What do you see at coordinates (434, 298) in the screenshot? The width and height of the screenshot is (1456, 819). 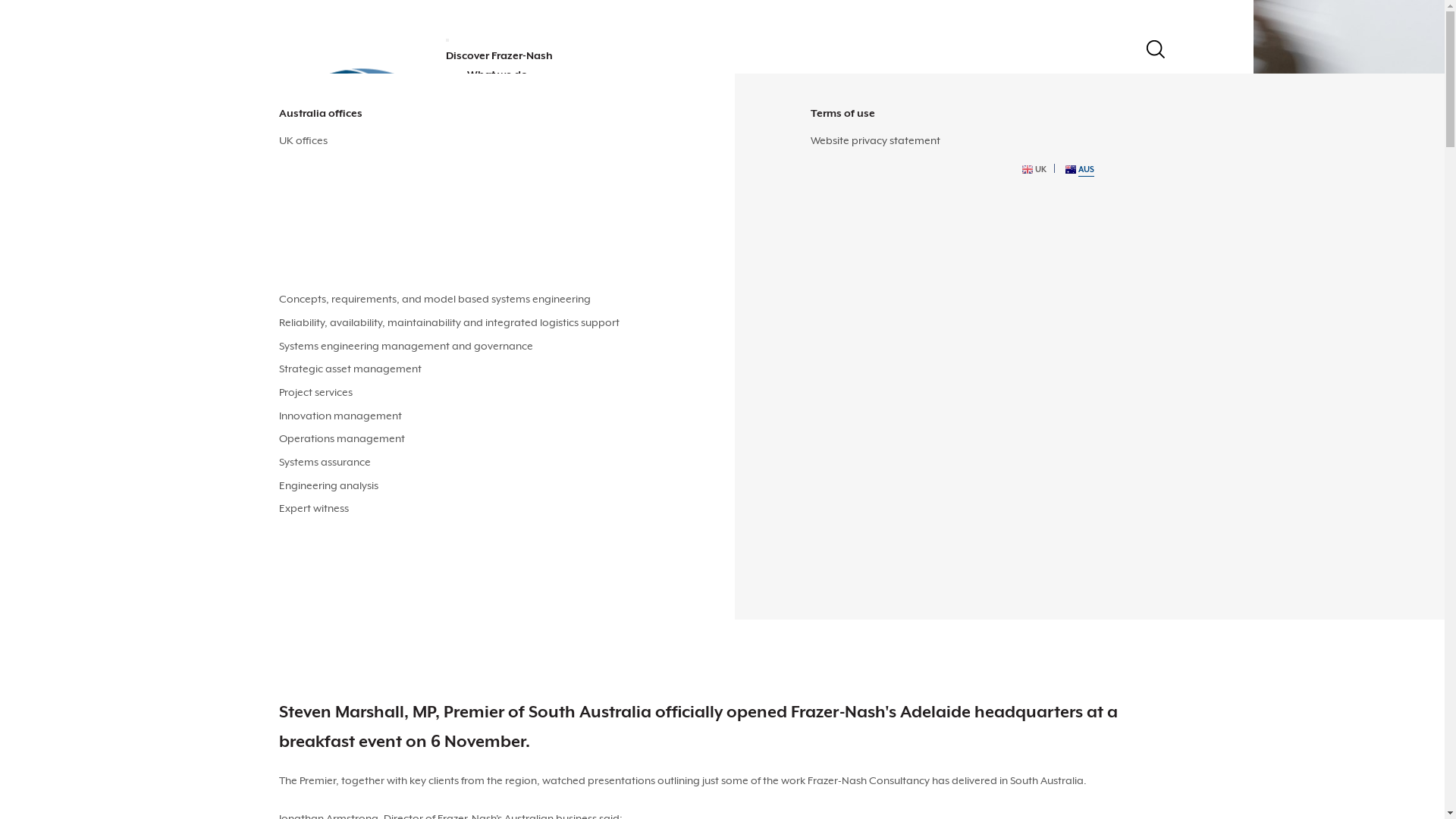 I see `'Concepts, requirements, and model based systems engineering'` at bounding box center [434, 298].